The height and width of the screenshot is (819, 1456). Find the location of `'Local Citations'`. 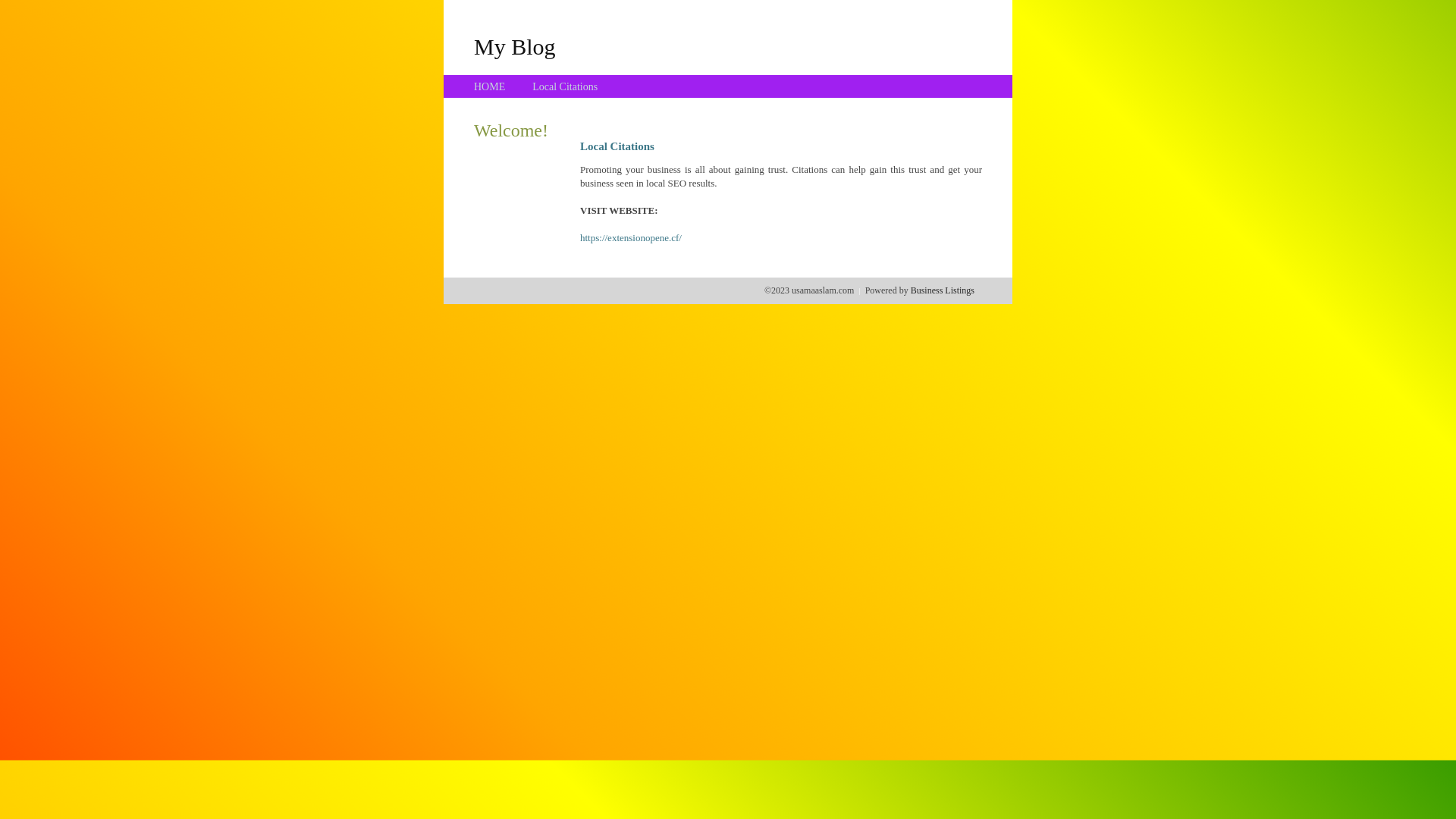

'Local Citations' is located at coordinates (563, 86).